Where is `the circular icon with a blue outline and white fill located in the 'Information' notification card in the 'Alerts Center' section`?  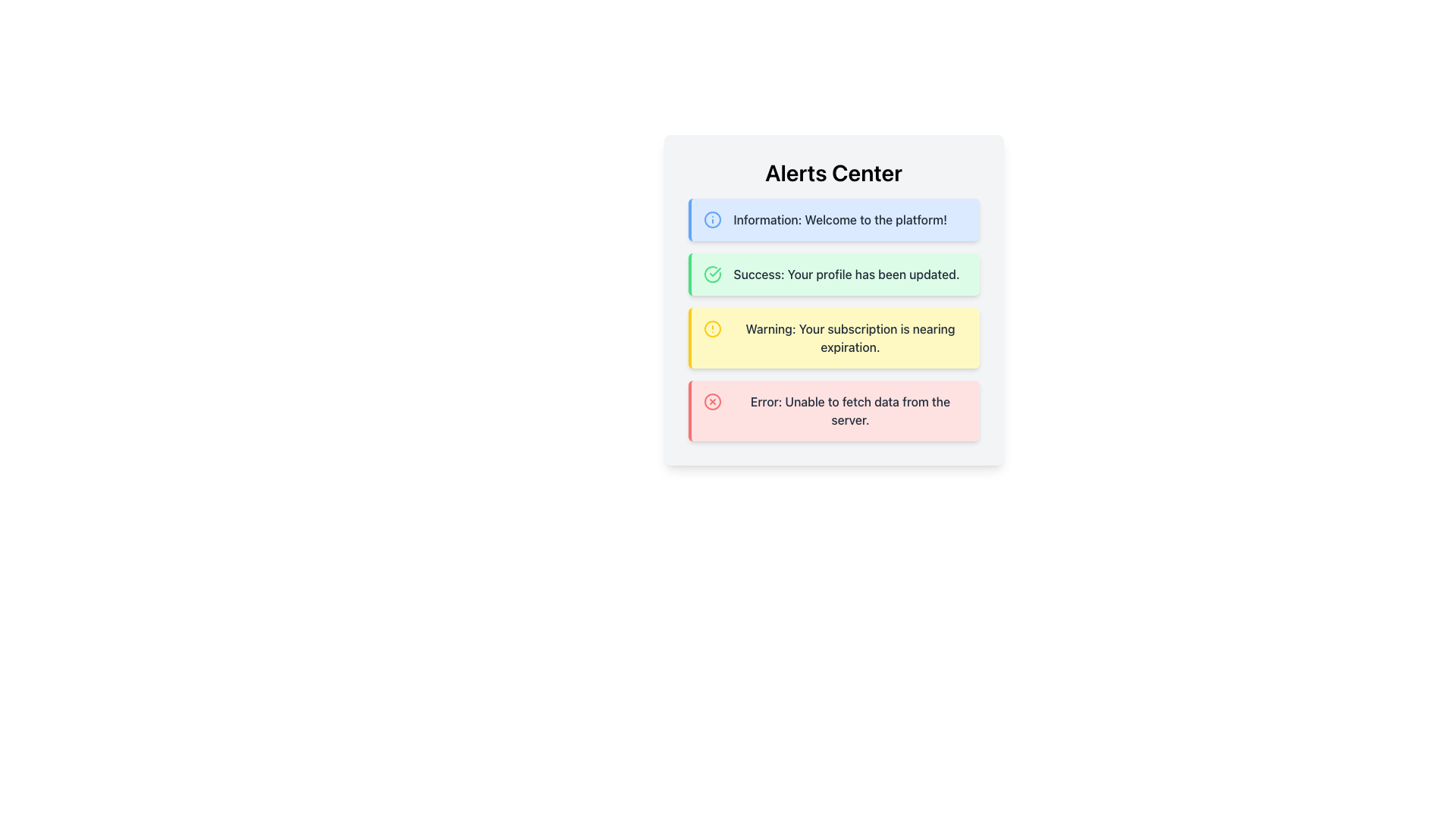 the circular icon with a blue outline and white fill located in the 'Information' notification card in the 'Alerts Center' section is located at coordinates (711, 219).